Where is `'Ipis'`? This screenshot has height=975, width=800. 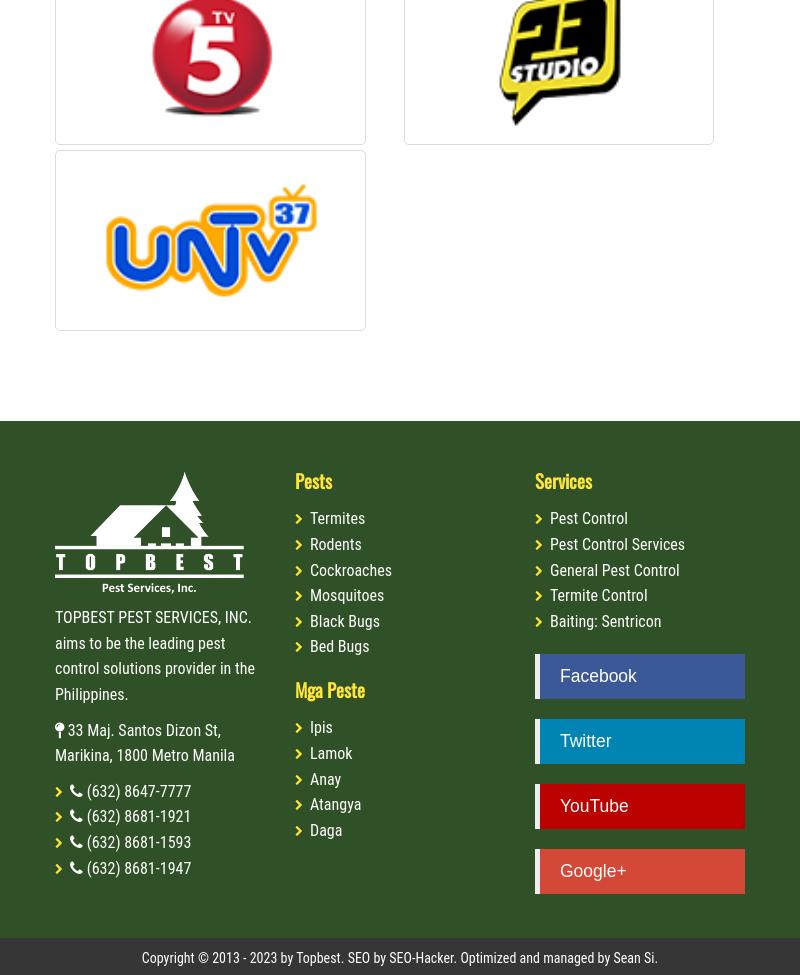 'Ipis' is located at coordinates (319, 726).